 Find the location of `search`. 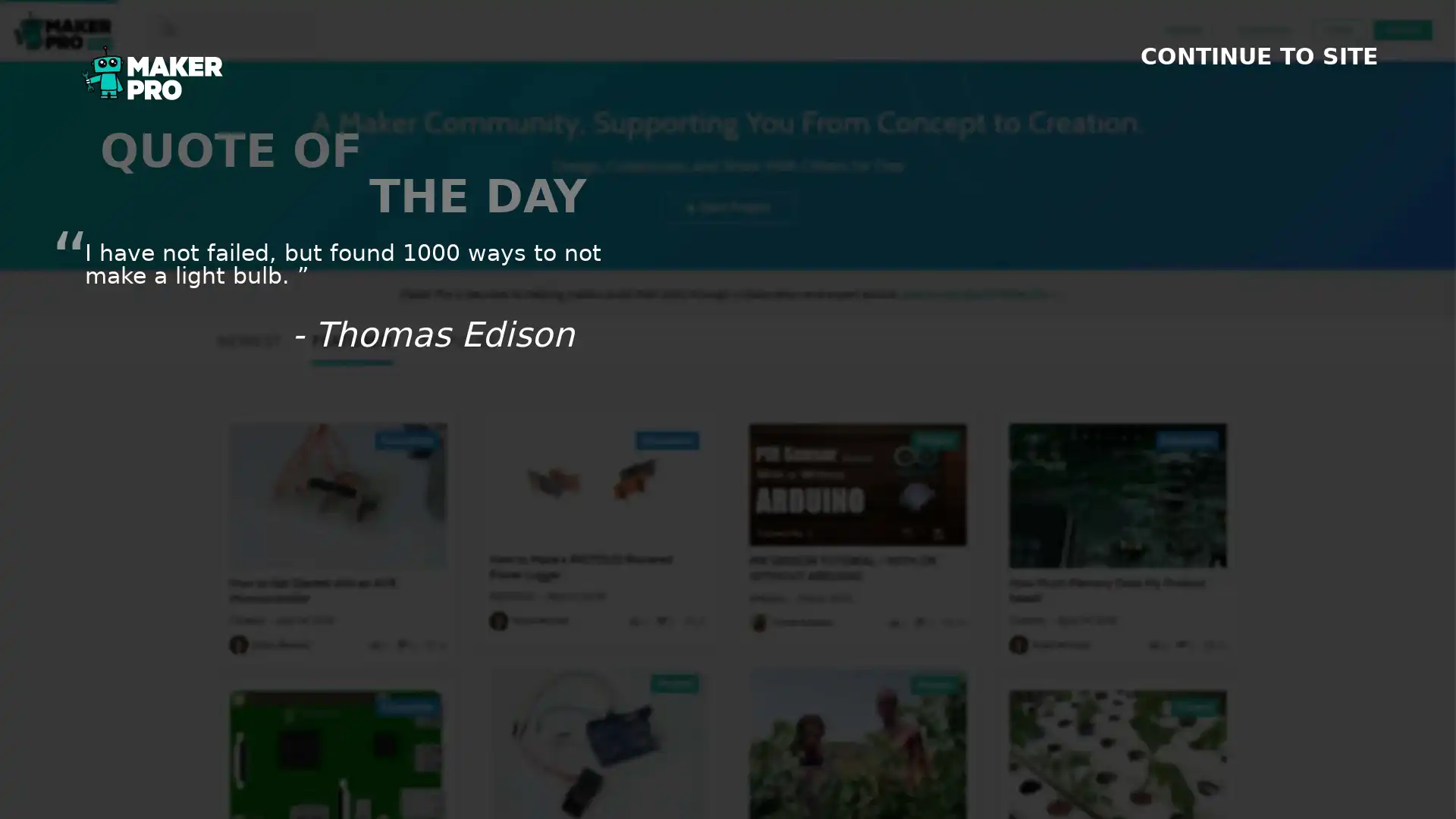

search is located at coordinates (158, 29).